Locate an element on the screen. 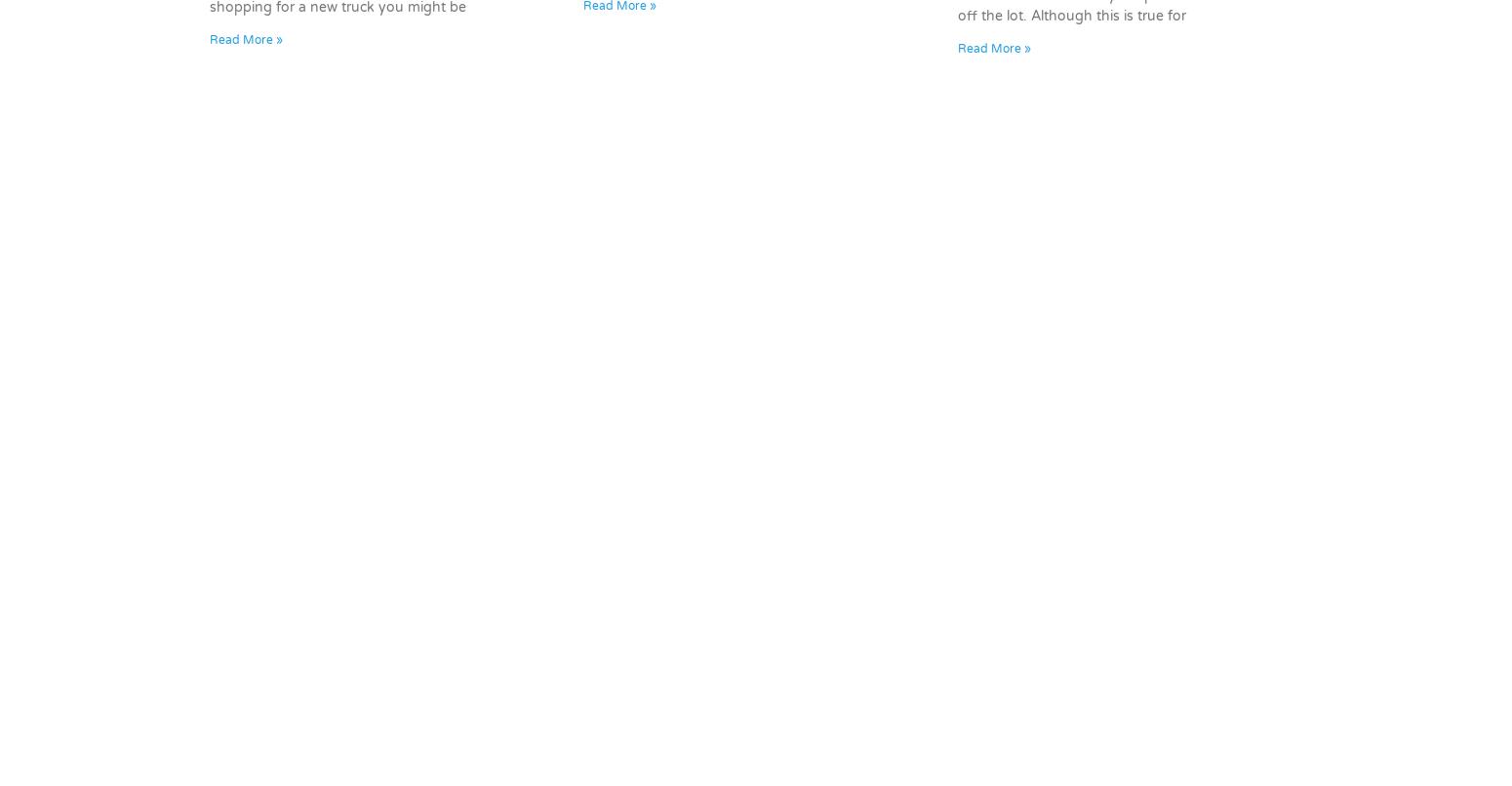 Image resolution: width=1512 pixels, height=786 pixels. 'About Us' is located at coordinates (1106, 570).